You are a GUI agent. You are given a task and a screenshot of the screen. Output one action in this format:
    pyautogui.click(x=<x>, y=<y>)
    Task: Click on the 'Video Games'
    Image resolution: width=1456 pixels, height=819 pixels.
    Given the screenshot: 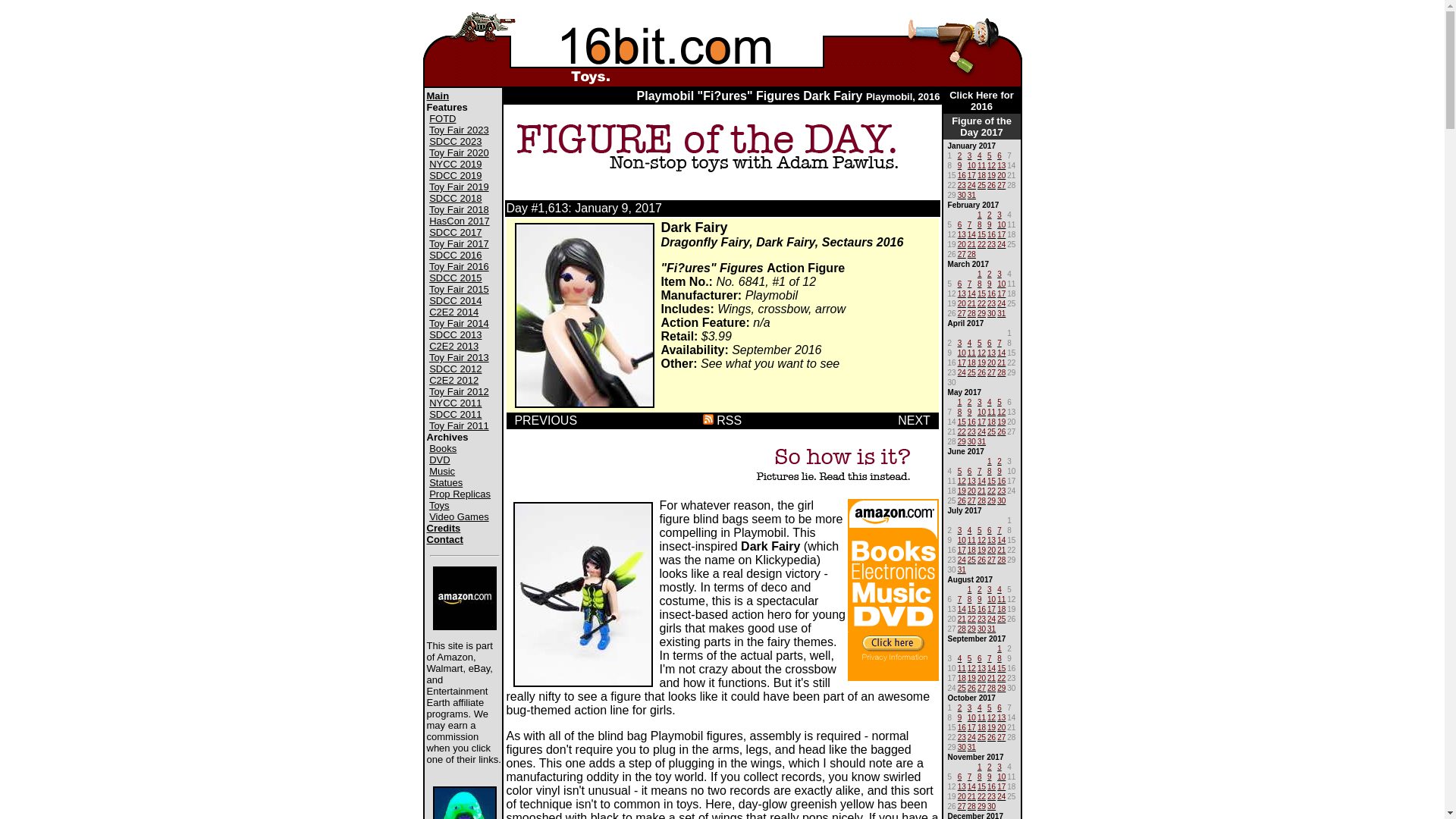 What is the action you would take?
    pyautogui.click(x=458, y=516)
    